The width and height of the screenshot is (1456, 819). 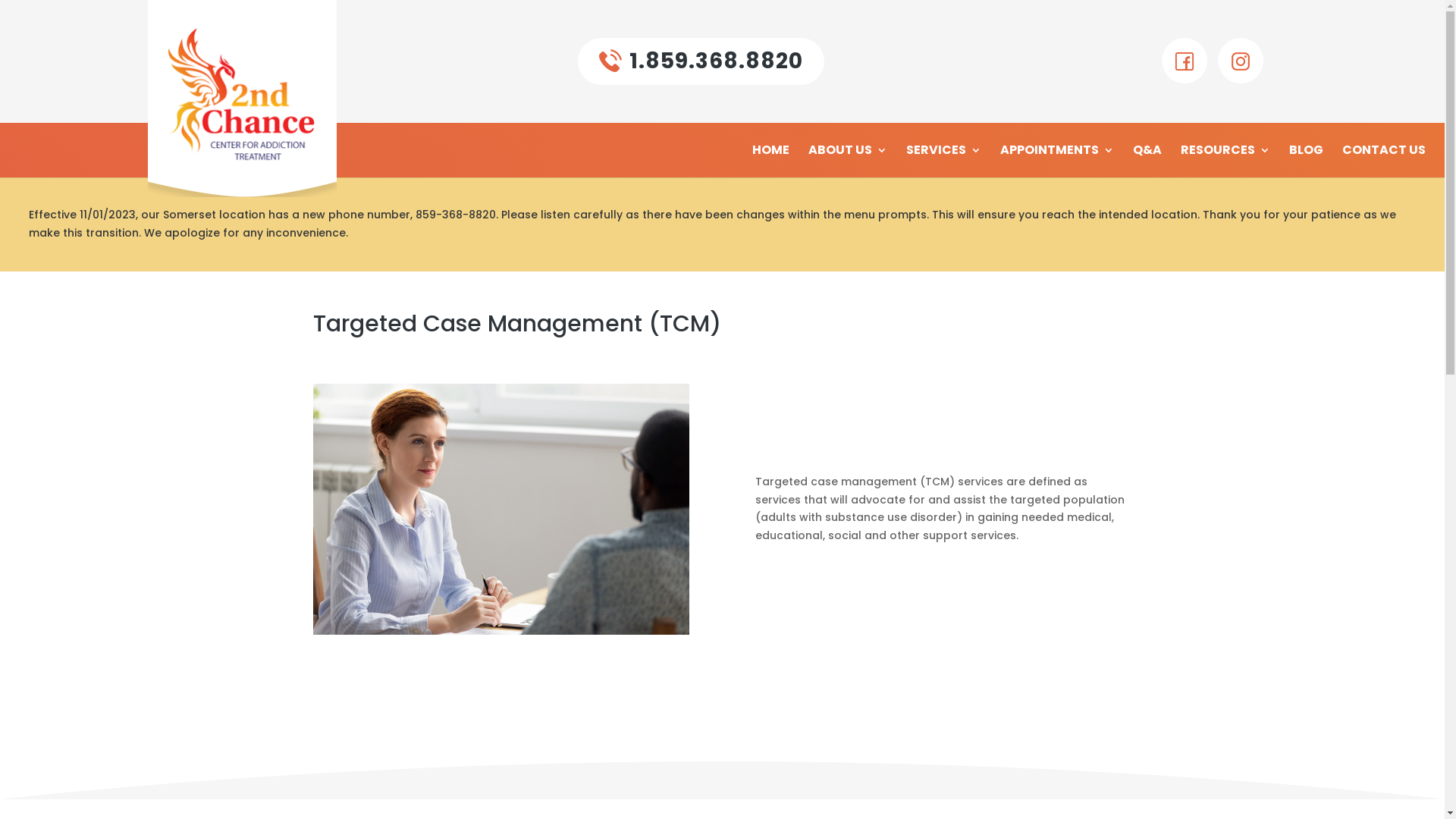 I want to click on 'CONTACT US', so click(x=1383, y=161).